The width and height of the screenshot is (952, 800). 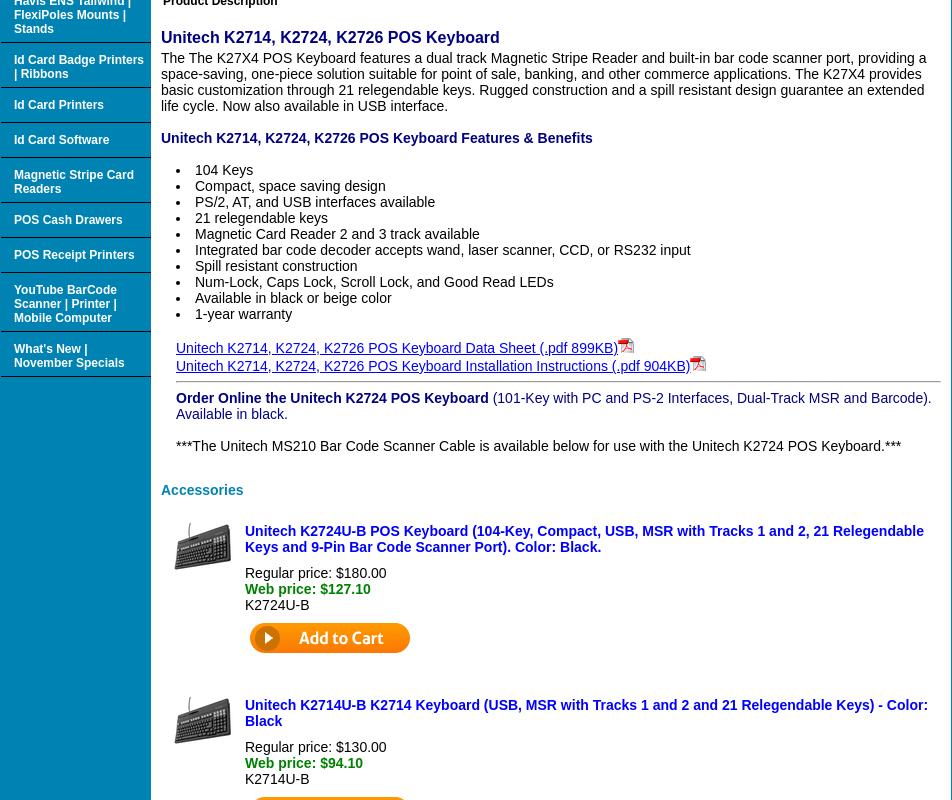 I want to click on 'Id Card Badge Printers | Ribbons', so click(x=79, y=65).